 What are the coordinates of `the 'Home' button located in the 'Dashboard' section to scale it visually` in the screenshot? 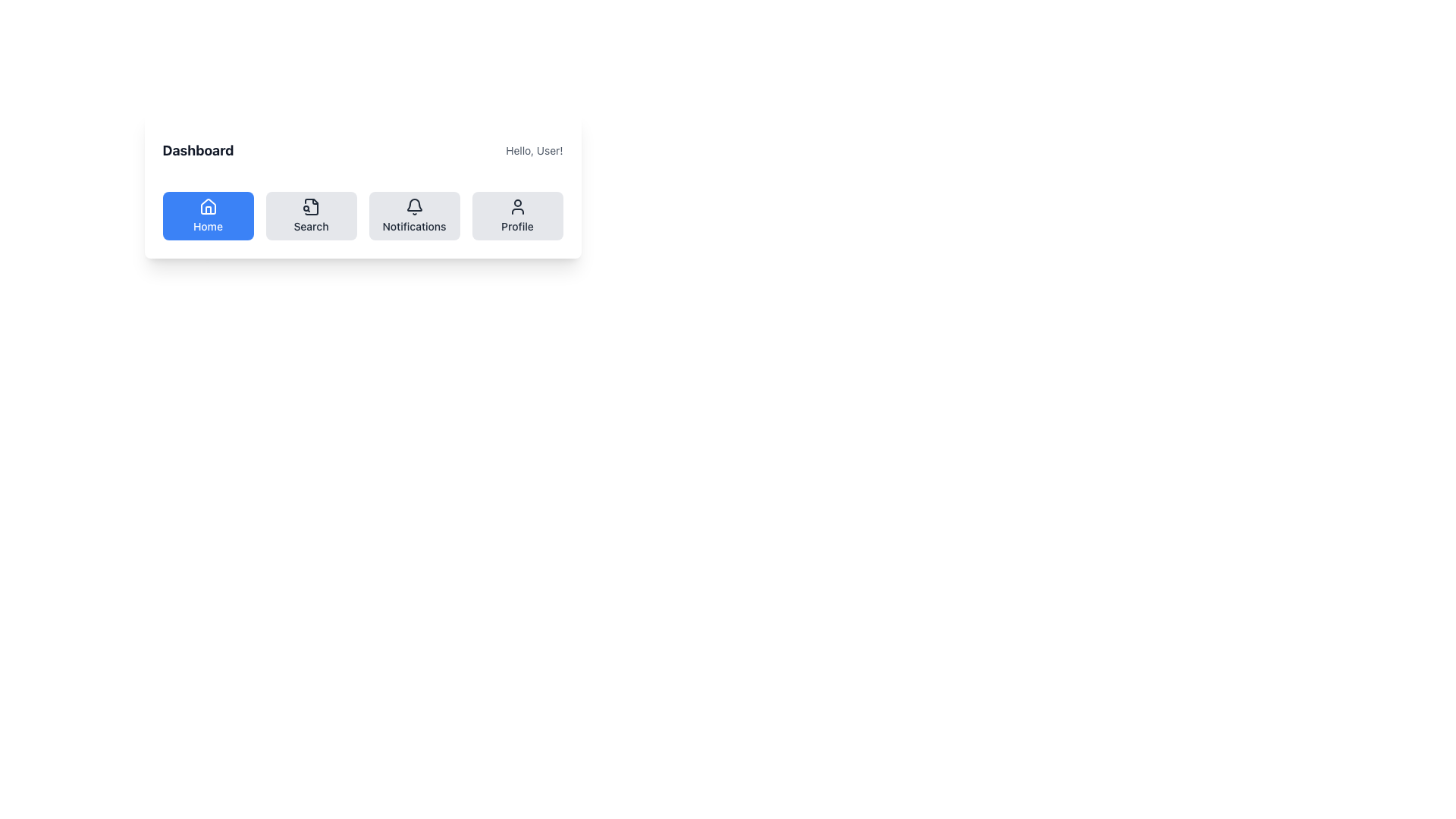 It's located at (207, 216).